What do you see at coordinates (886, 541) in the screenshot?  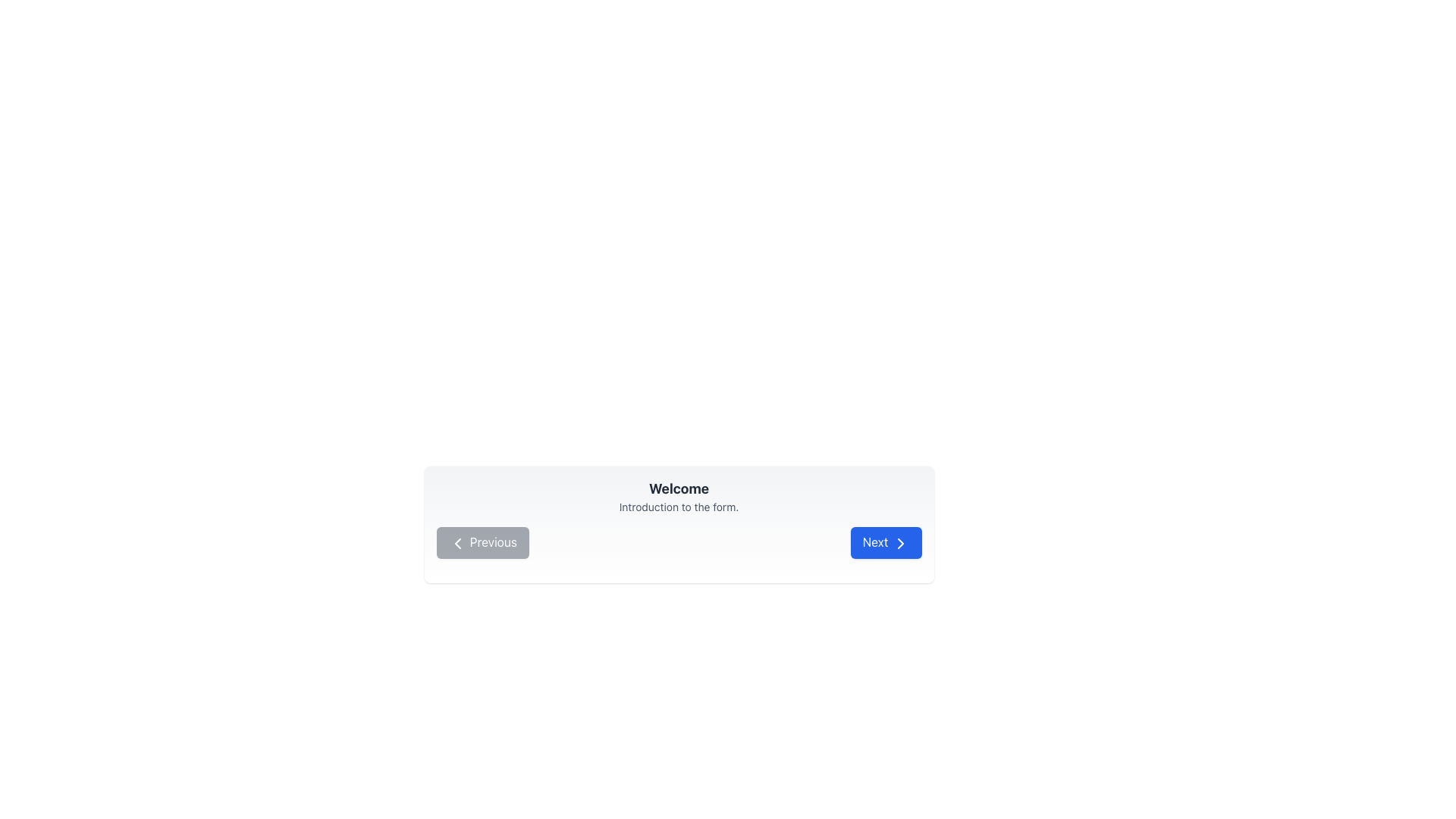 I see `the rightmost navigation button at the bottom of the interface panel` at bounding box center [886, 541].